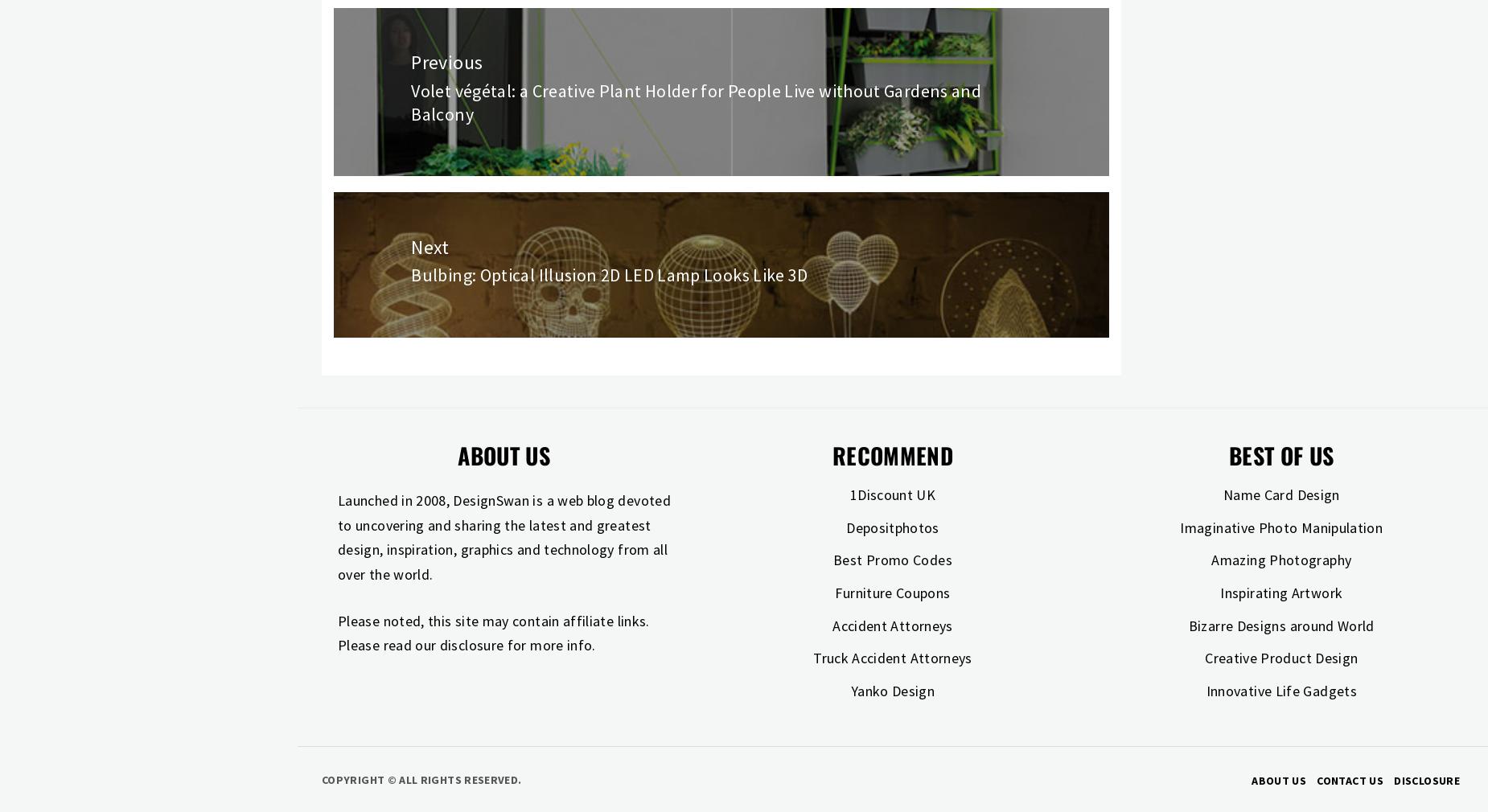 Image resolution: width=1488 pixels, height=812 pixels. I want to click on 'Accident Attorneys', so click(891, 625).